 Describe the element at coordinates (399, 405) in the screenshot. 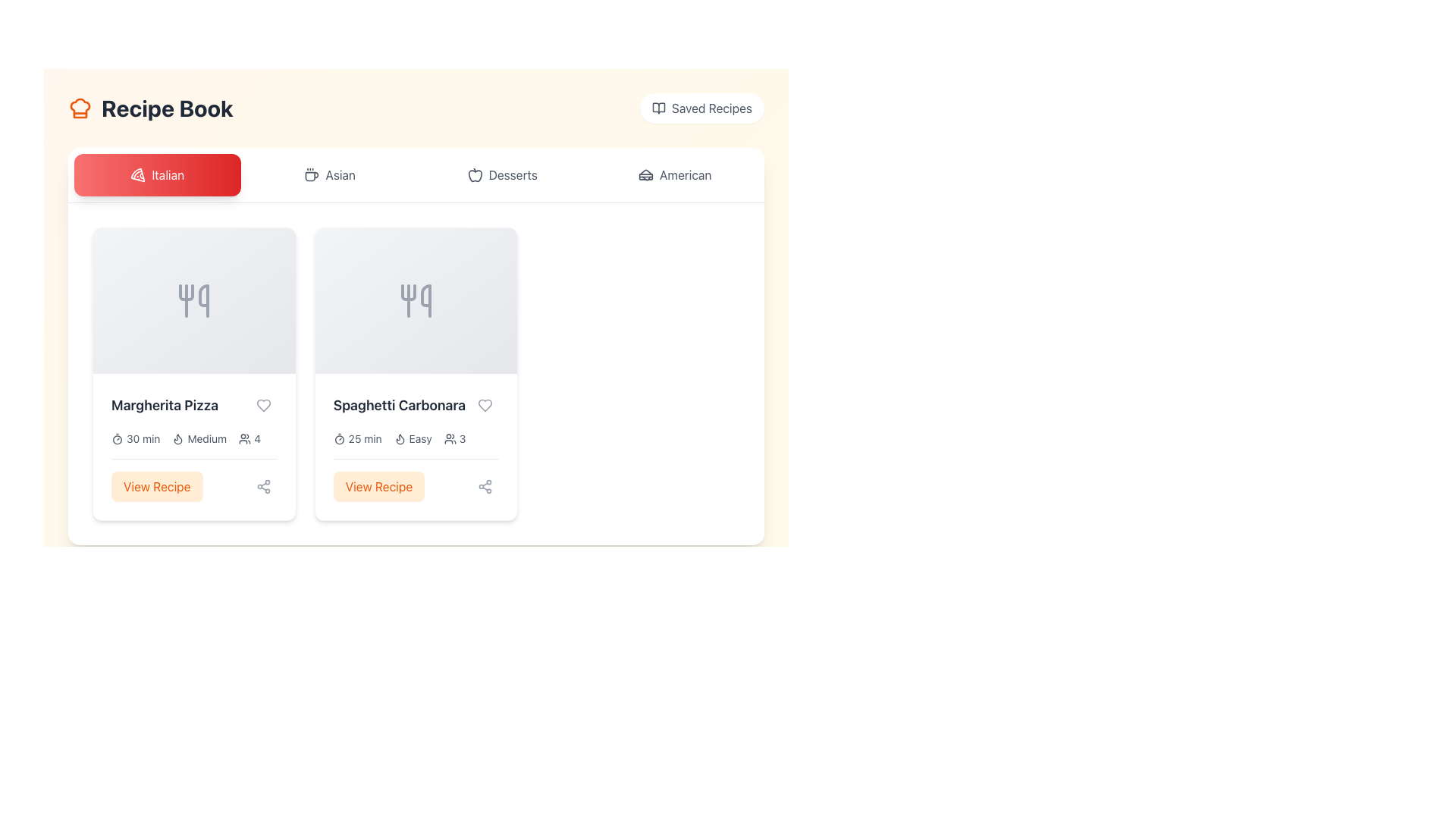

I see `the Text Label displaying the recipe name 'Spaghetti Carbonara', which is located within the right recipe card under the Italian section, just below the large dish icon` at that location.